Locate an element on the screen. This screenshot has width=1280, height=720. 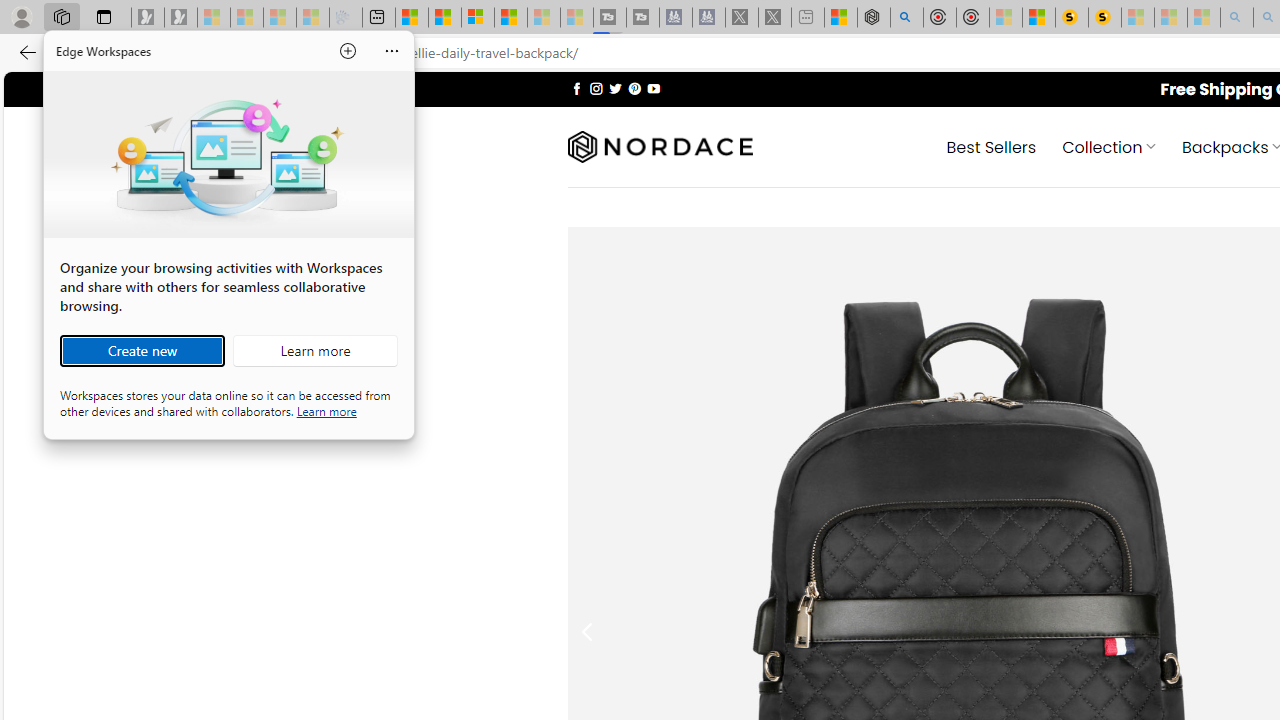
'Follow on Facebook' is located at coordinates (576, 87).